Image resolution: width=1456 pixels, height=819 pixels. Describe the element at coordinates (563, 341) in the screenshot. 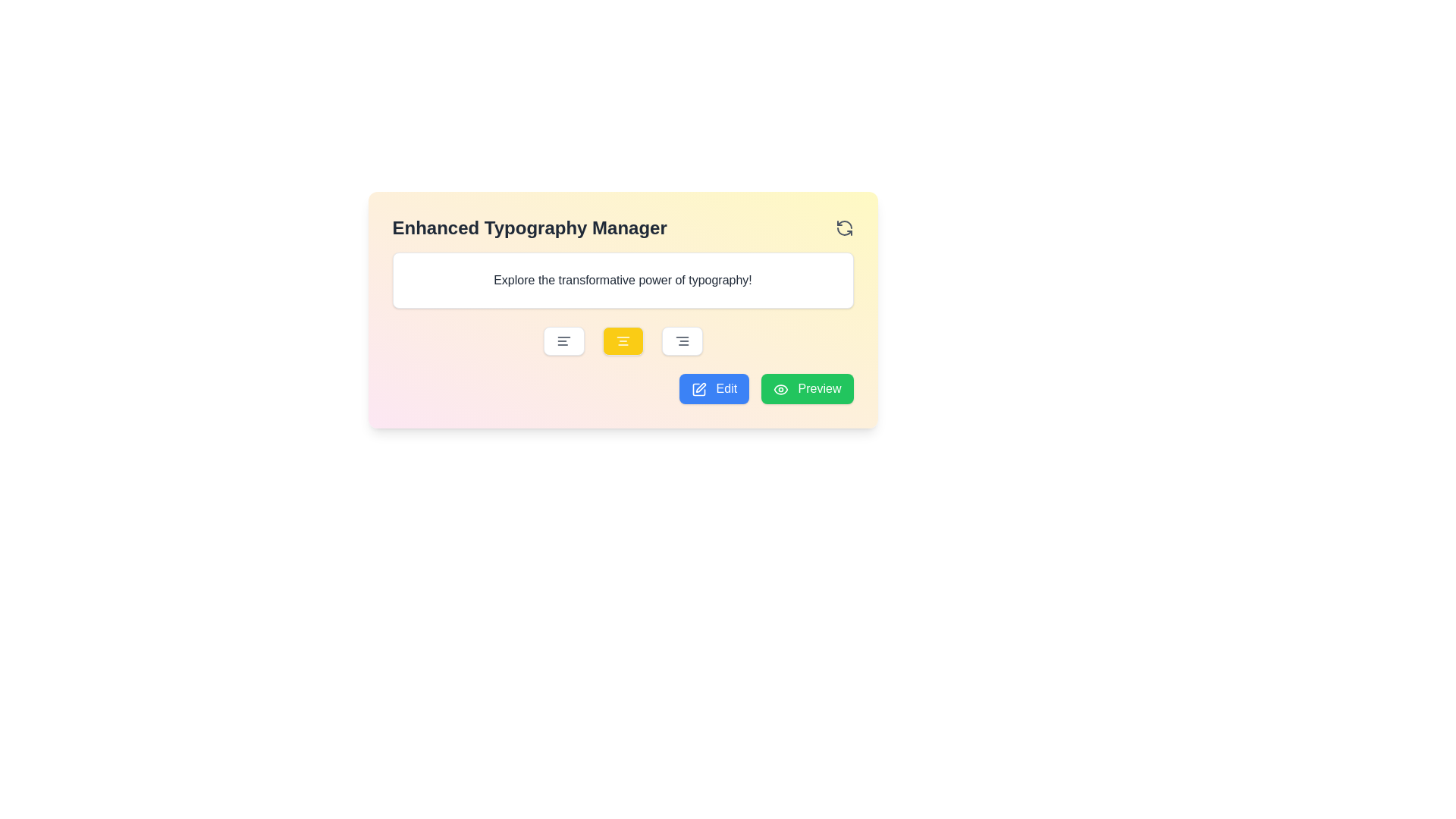

I see `the 'Align Left' button using tab navigation` at that location.